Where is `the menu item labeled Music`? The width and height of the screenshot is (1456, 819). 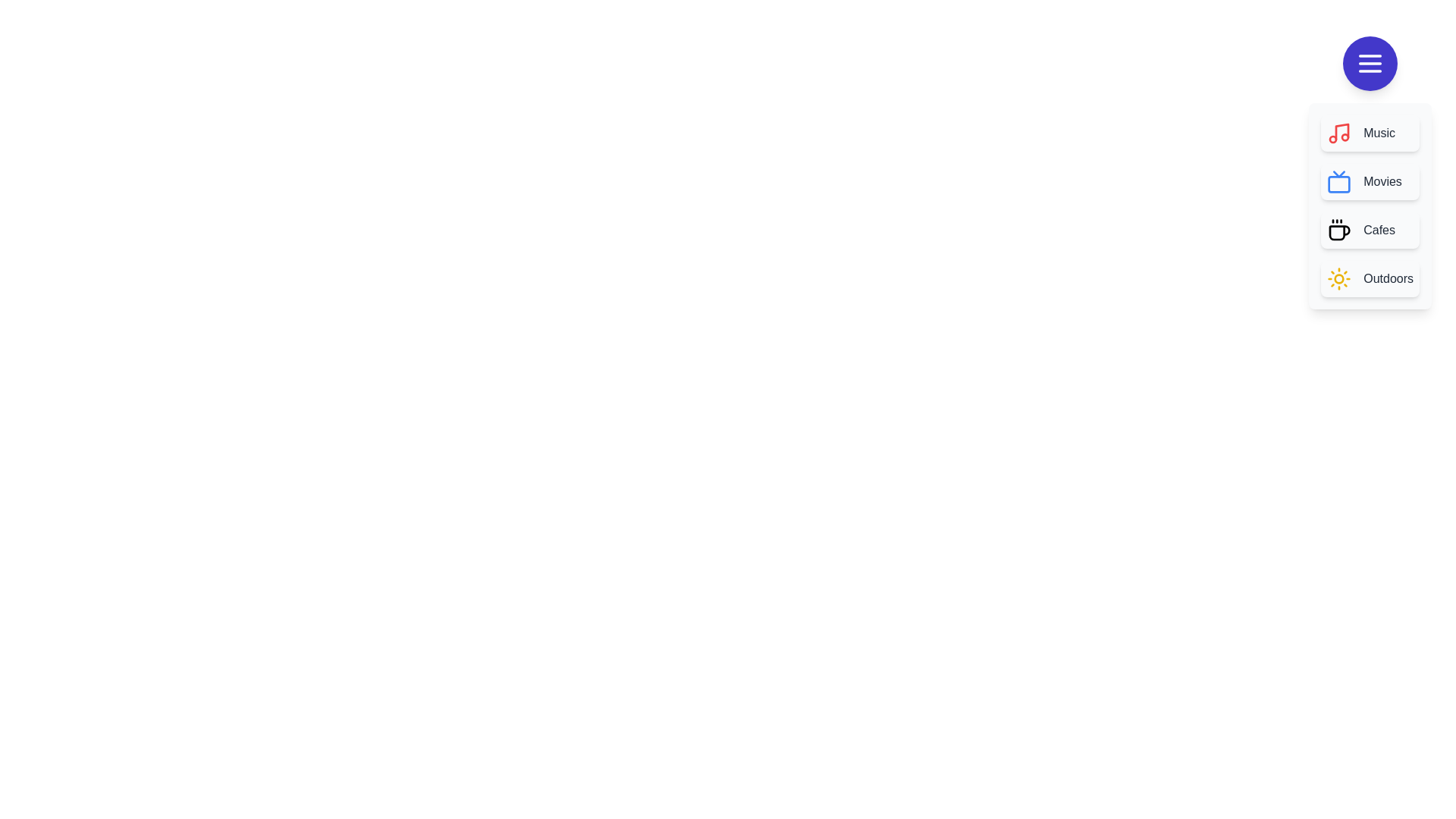 the menu item labeled Music is located at coordinates (1370, 133).